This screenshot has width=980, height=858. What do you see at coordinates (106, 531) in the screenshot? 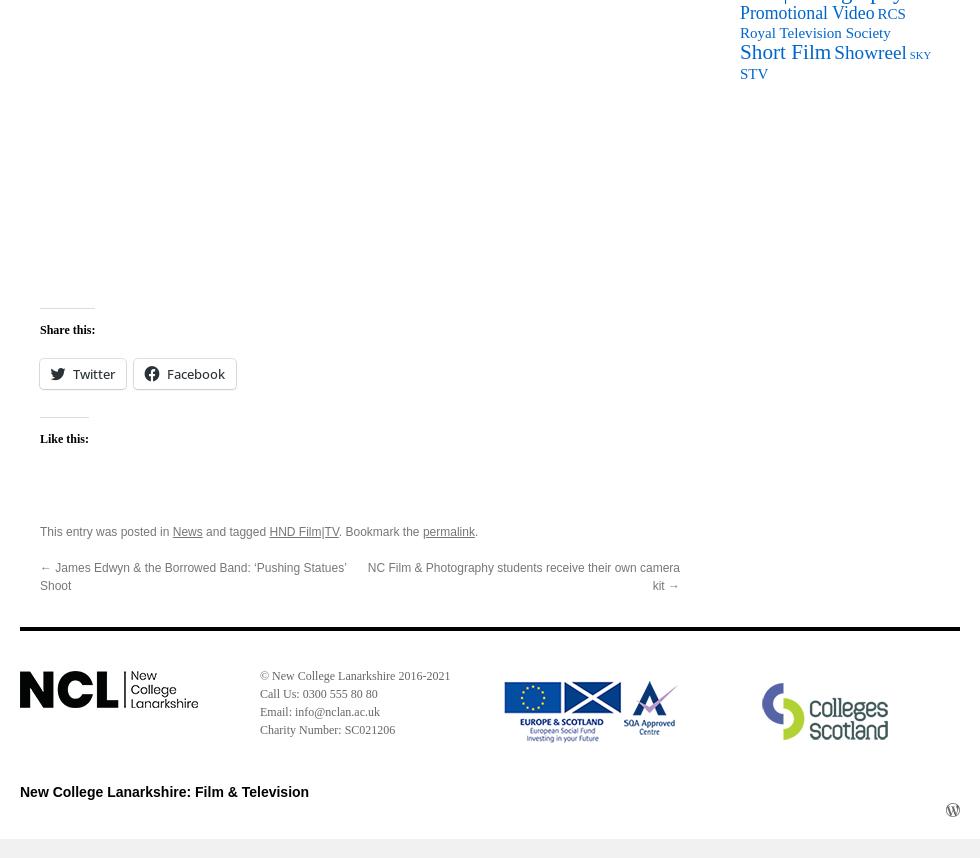
I see `'This entry was posted in'` at bounding box center [106, 531].